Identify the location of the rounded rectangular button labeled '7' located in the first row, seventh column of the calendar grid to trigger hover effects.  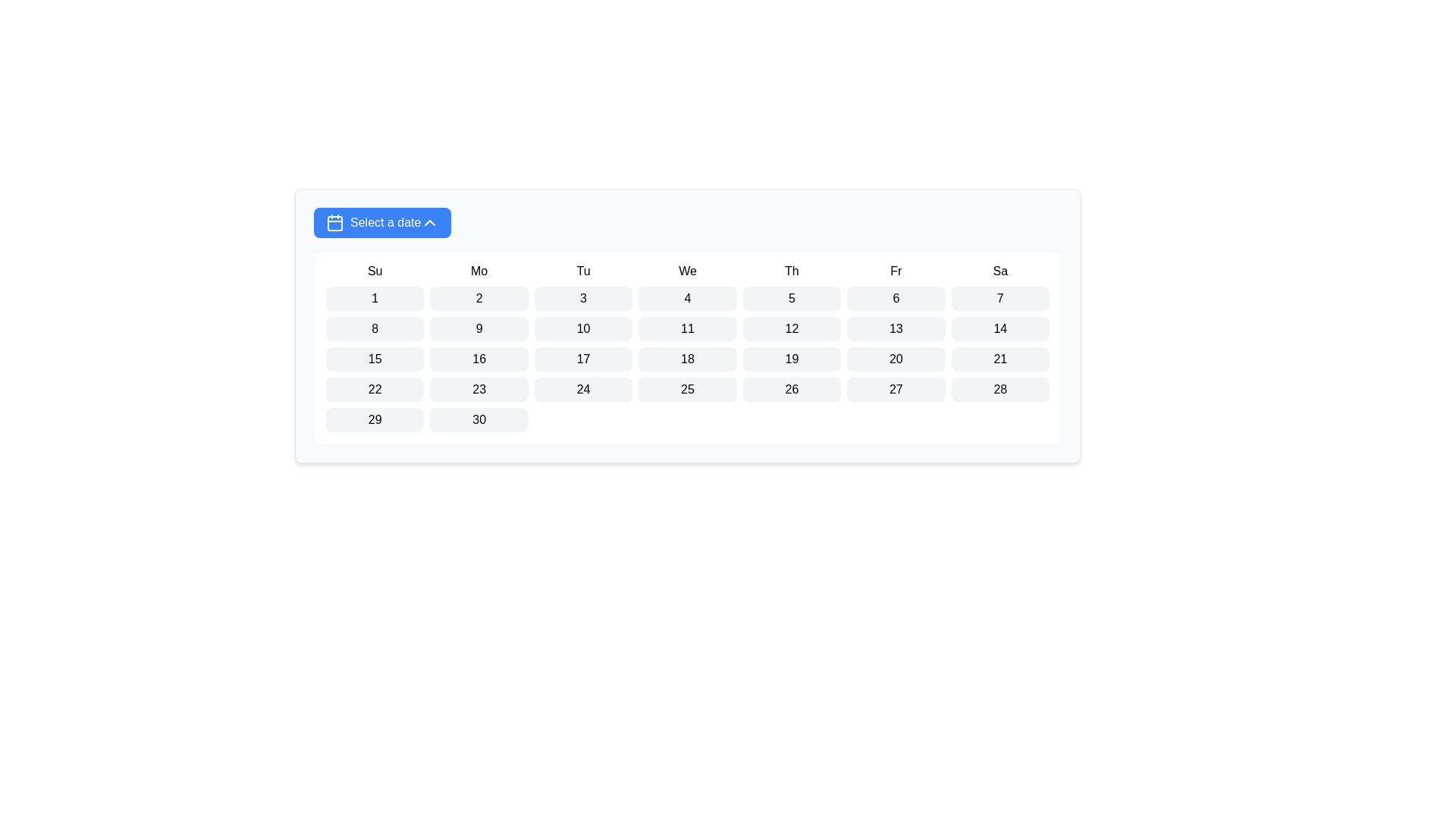
(1000, 298).